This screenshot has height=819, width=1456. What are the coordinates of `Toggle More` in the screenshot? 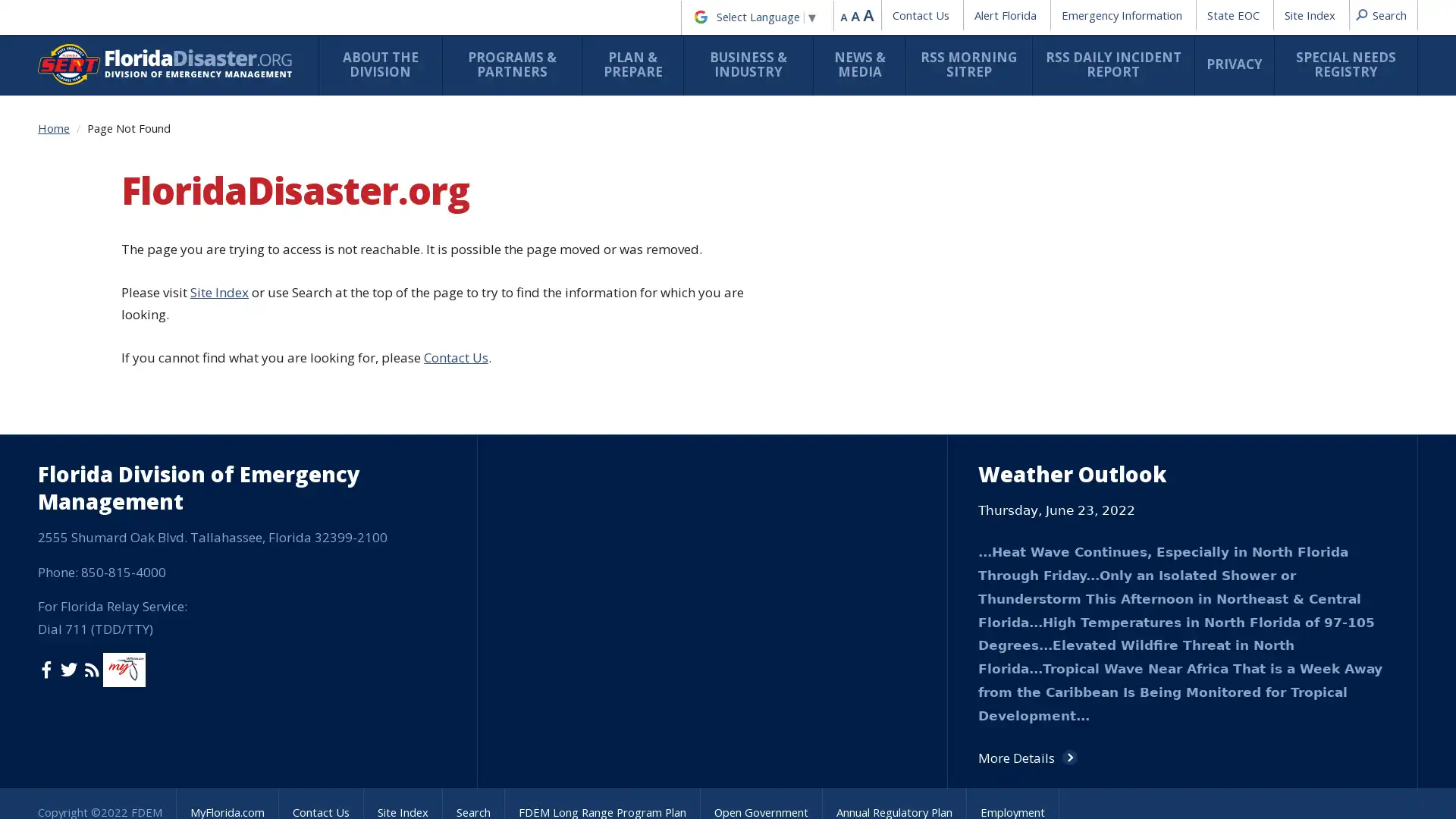 It's located at (455, 338).